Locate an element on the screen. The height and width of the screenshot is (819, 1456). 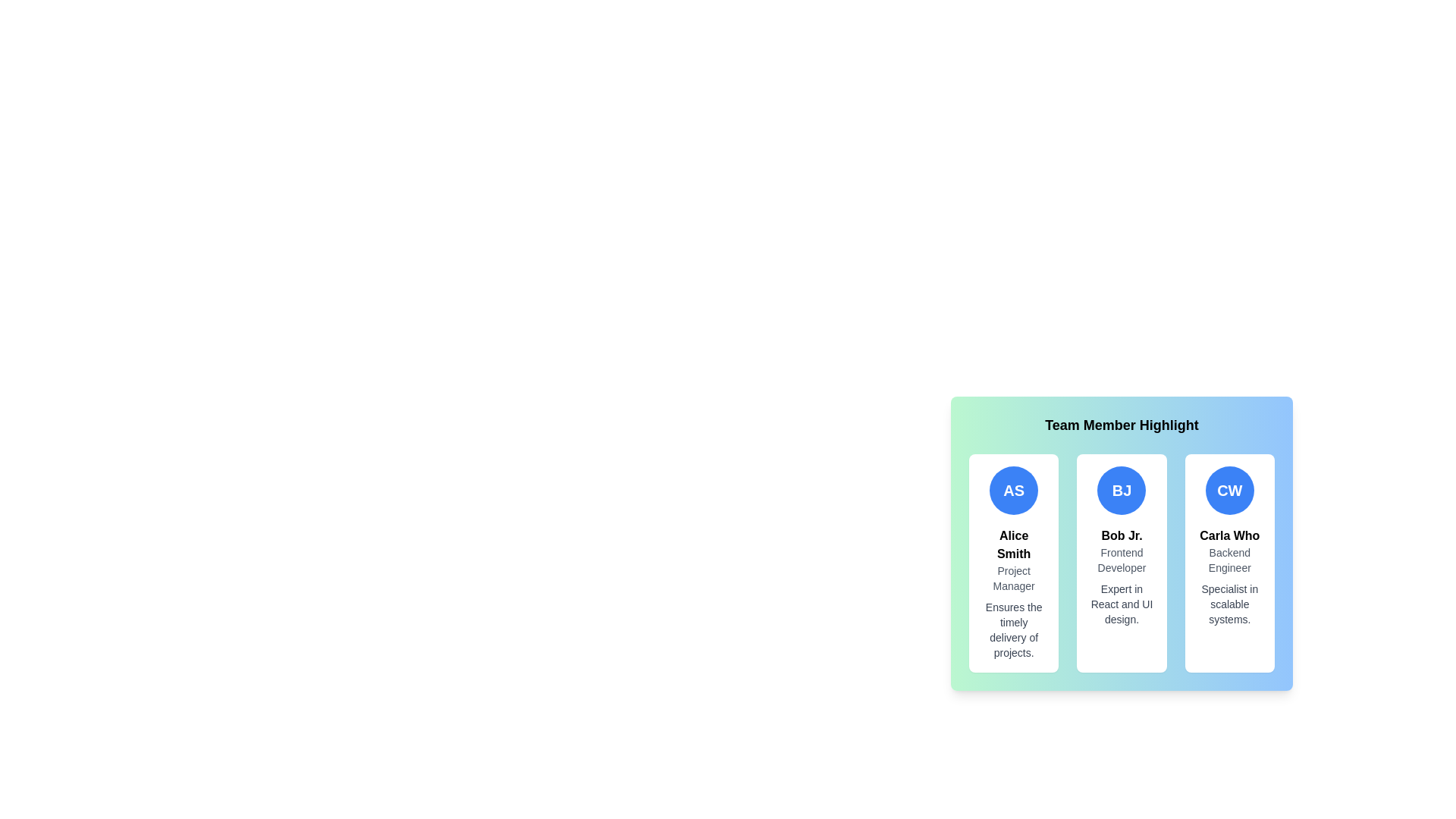
static text label that contains the text 'Frontend Developer', which is styled in a smaller gray font and located under the name 'Bob Jr.' and above the description 'Expert in React and UI design.' is located at coordinates (1122, 560).